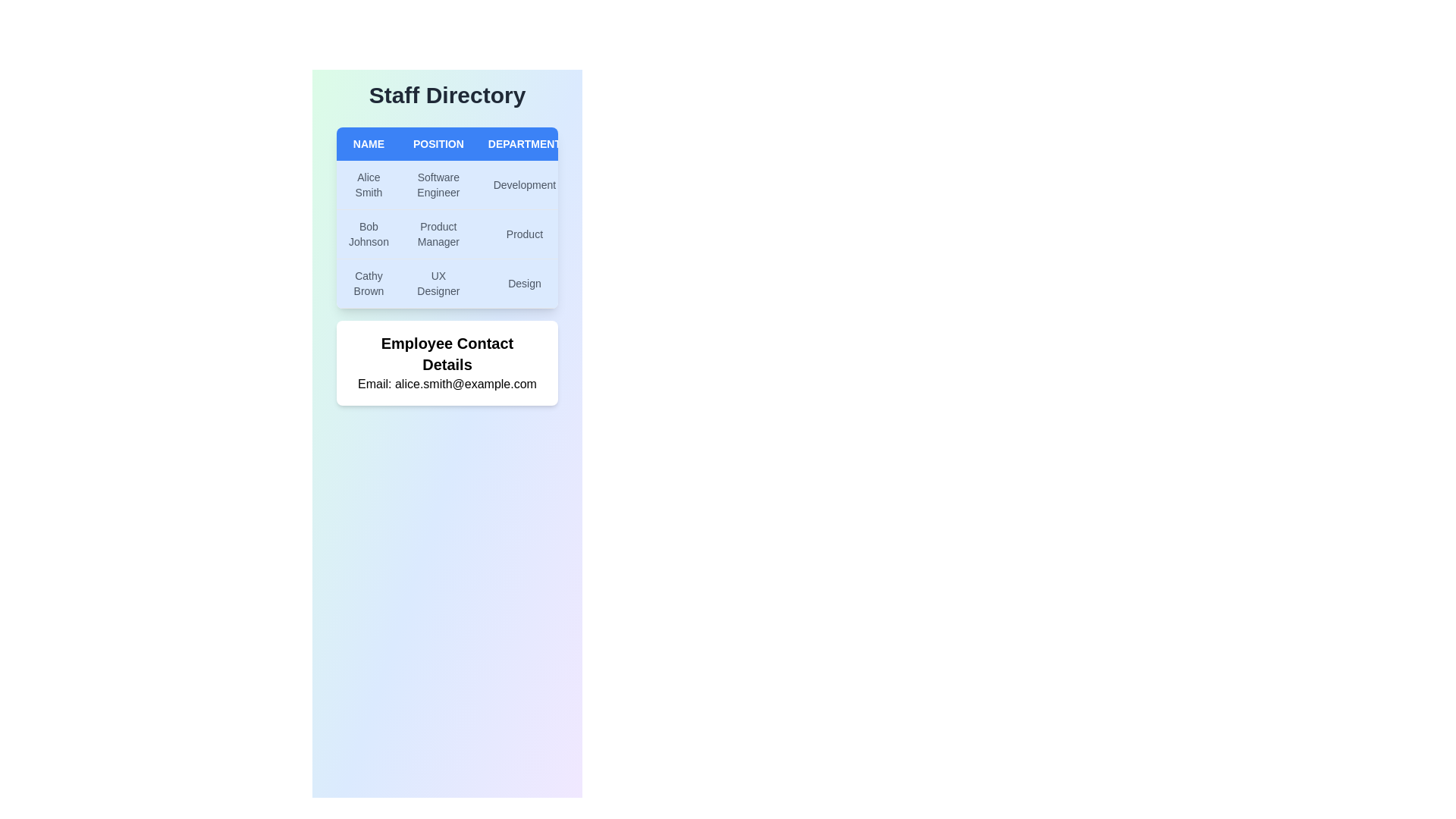 The width and height of the screenshot is (1456, 819). What do you see at coordinates (447, 383) in the screenshot?
I see `the plain text containing the email 'alice.smith@example.com' within the 'Employee Contact Details' card by clicking on it` at bounding box center [447, 383].